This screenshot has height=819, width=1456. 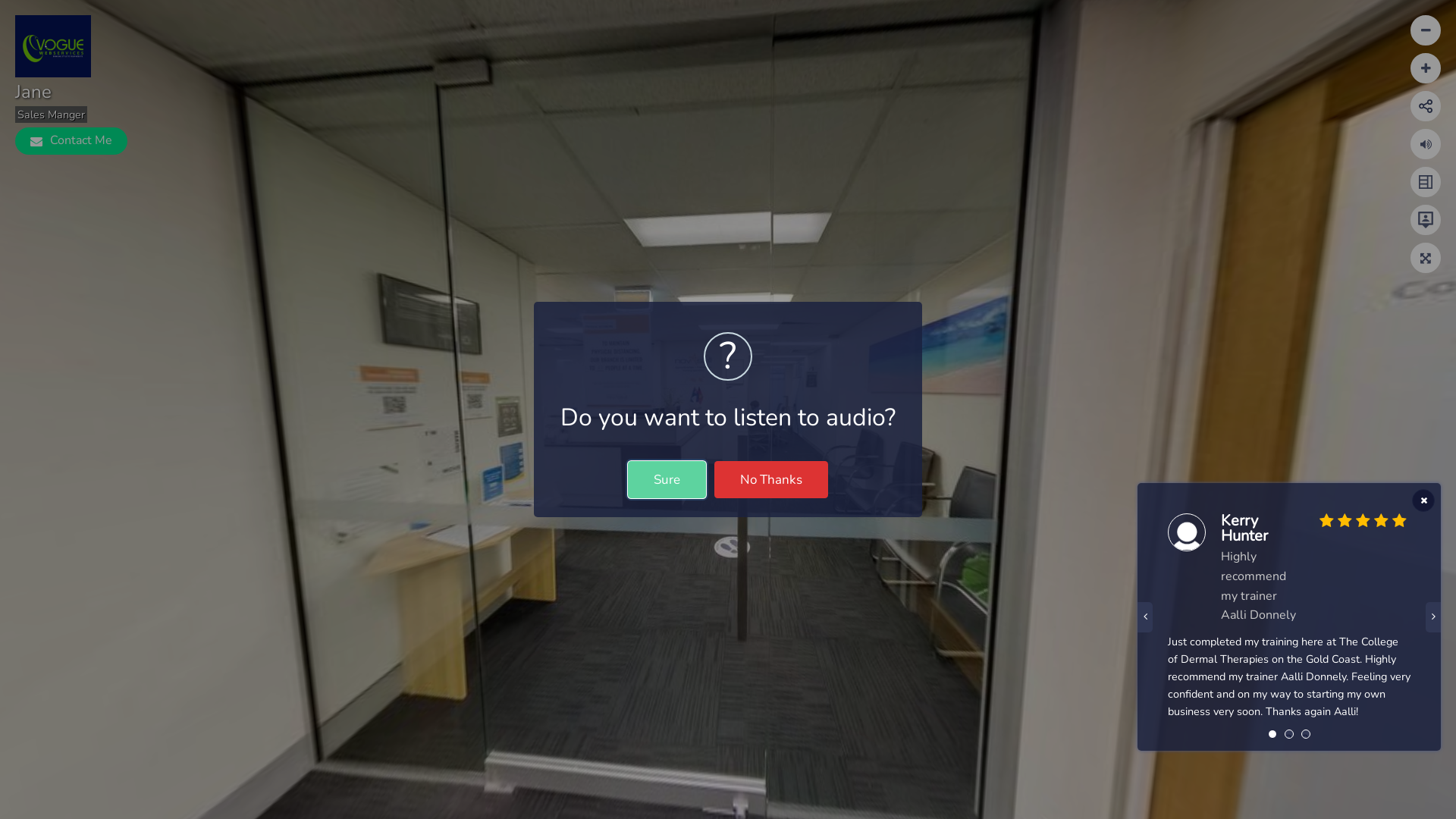 What do you see at coordinates (771, 479) in the screenshot?
I see `'No Thanks'` at bounding box center [771, 479].